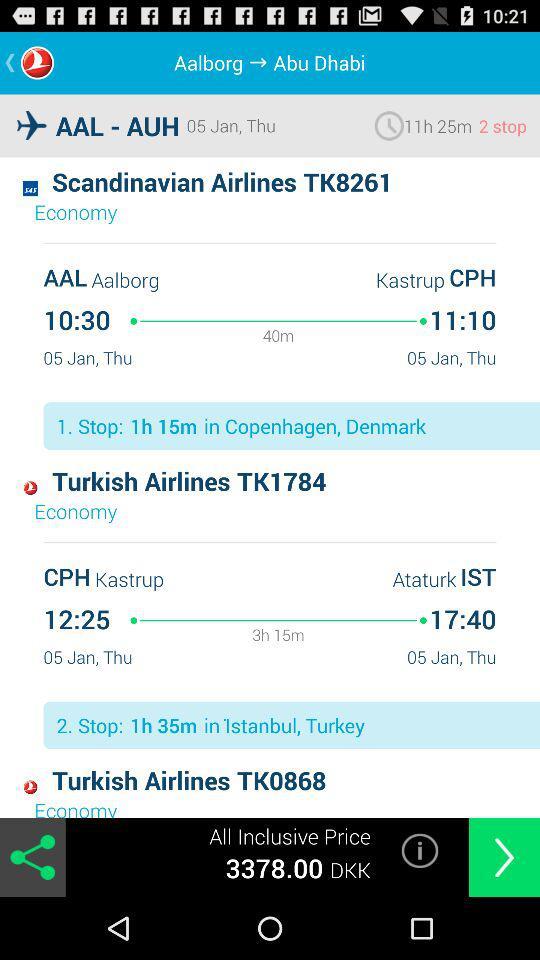  I want to click on the info icon, so click(419, 910).